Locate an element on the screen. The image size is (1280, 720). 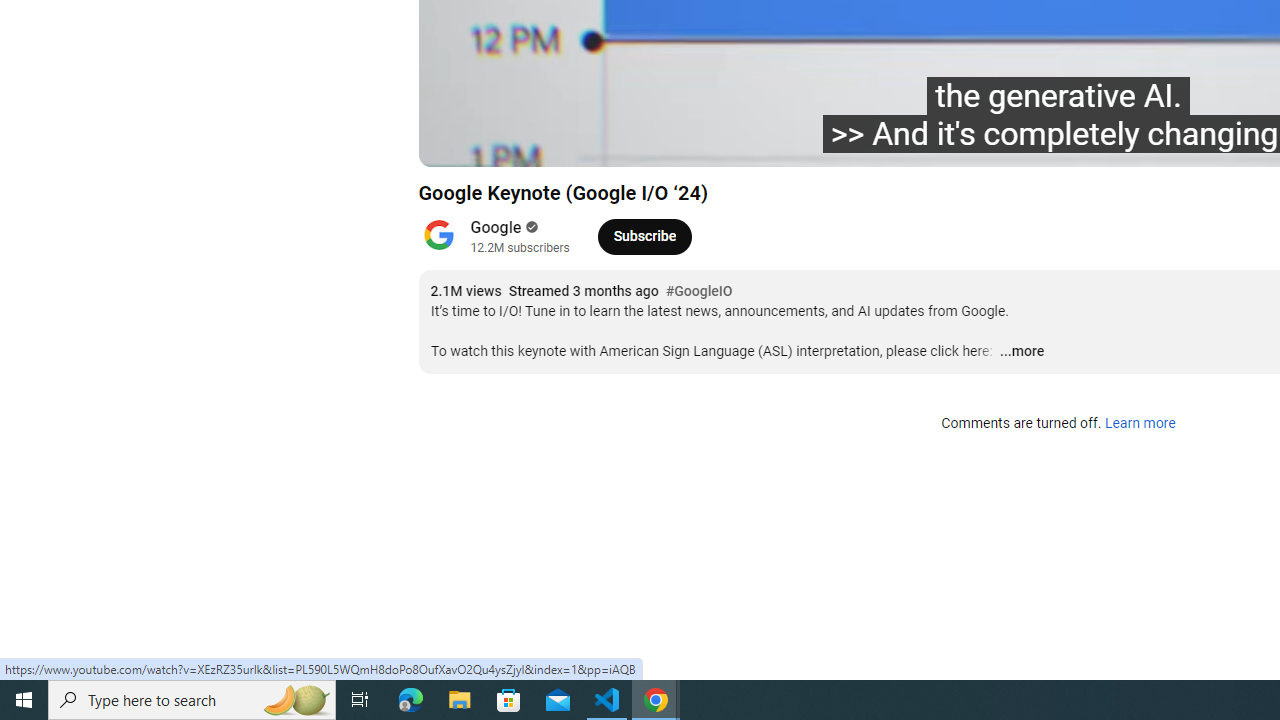
'...more' is located at coordinates (1021, 351).